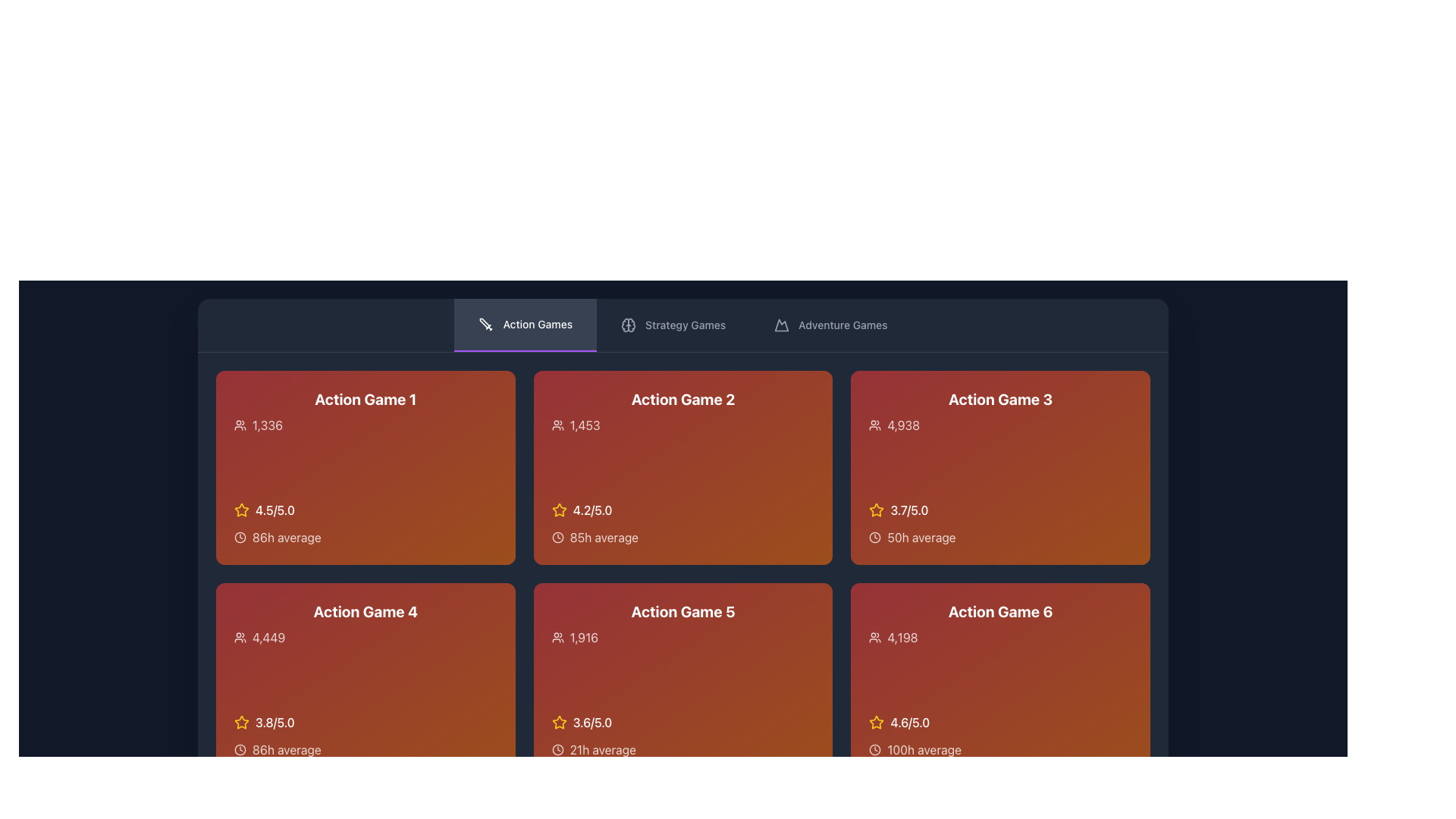  What do you see at coordinates (782, 324) in the screenshot?
I see `the mountain-shaped icon located in the upper navigation bar, specifically centered within the 'Adventure Games' tab, which is positioned between the 'Strategy Games' and 'Action Games' tabs` at bounding box center [782, 324].